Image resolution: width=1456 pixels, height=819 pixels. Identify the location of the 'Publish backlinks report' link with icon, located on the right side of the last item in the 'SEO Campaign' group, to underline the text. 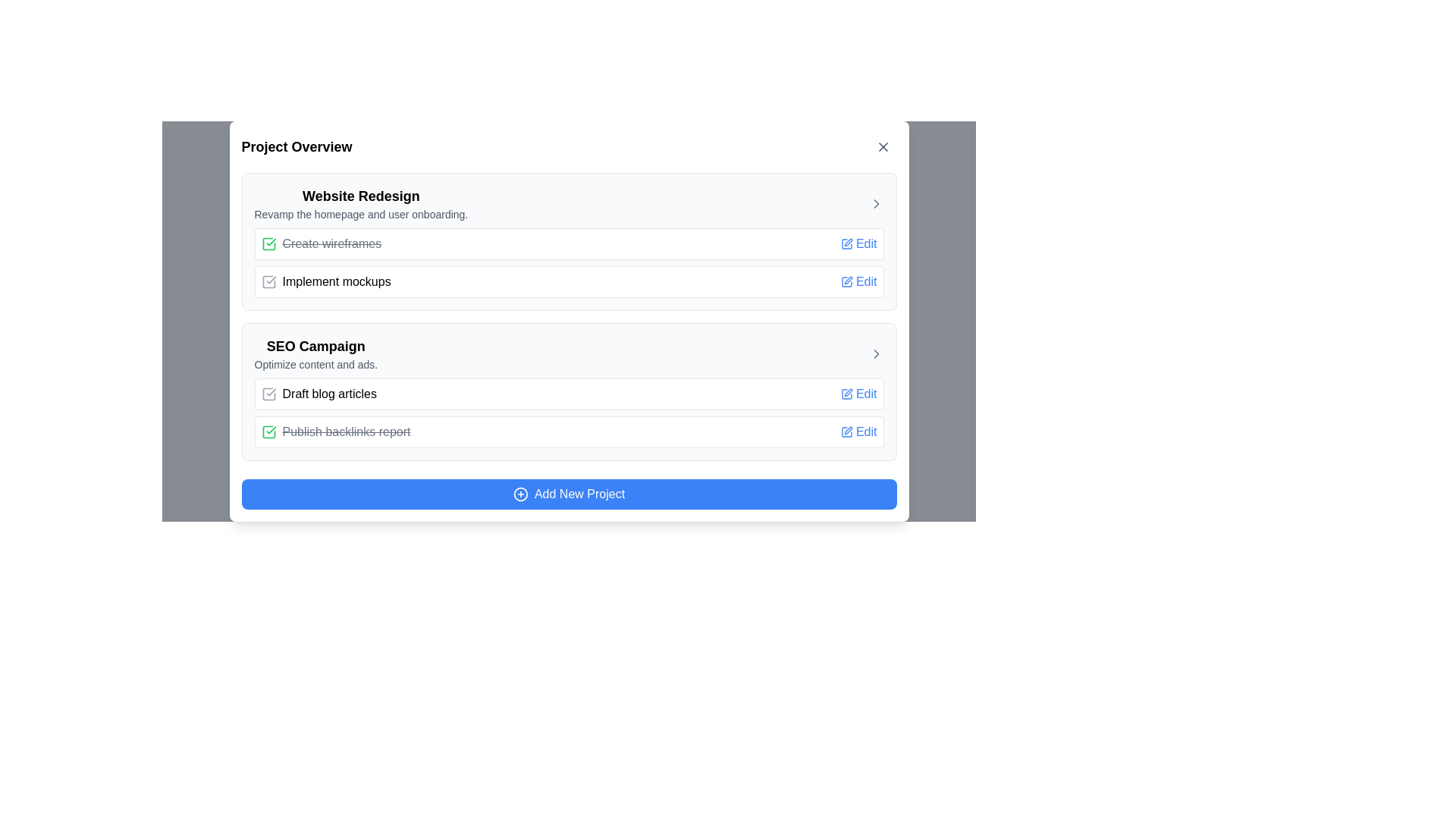
(858, 432).